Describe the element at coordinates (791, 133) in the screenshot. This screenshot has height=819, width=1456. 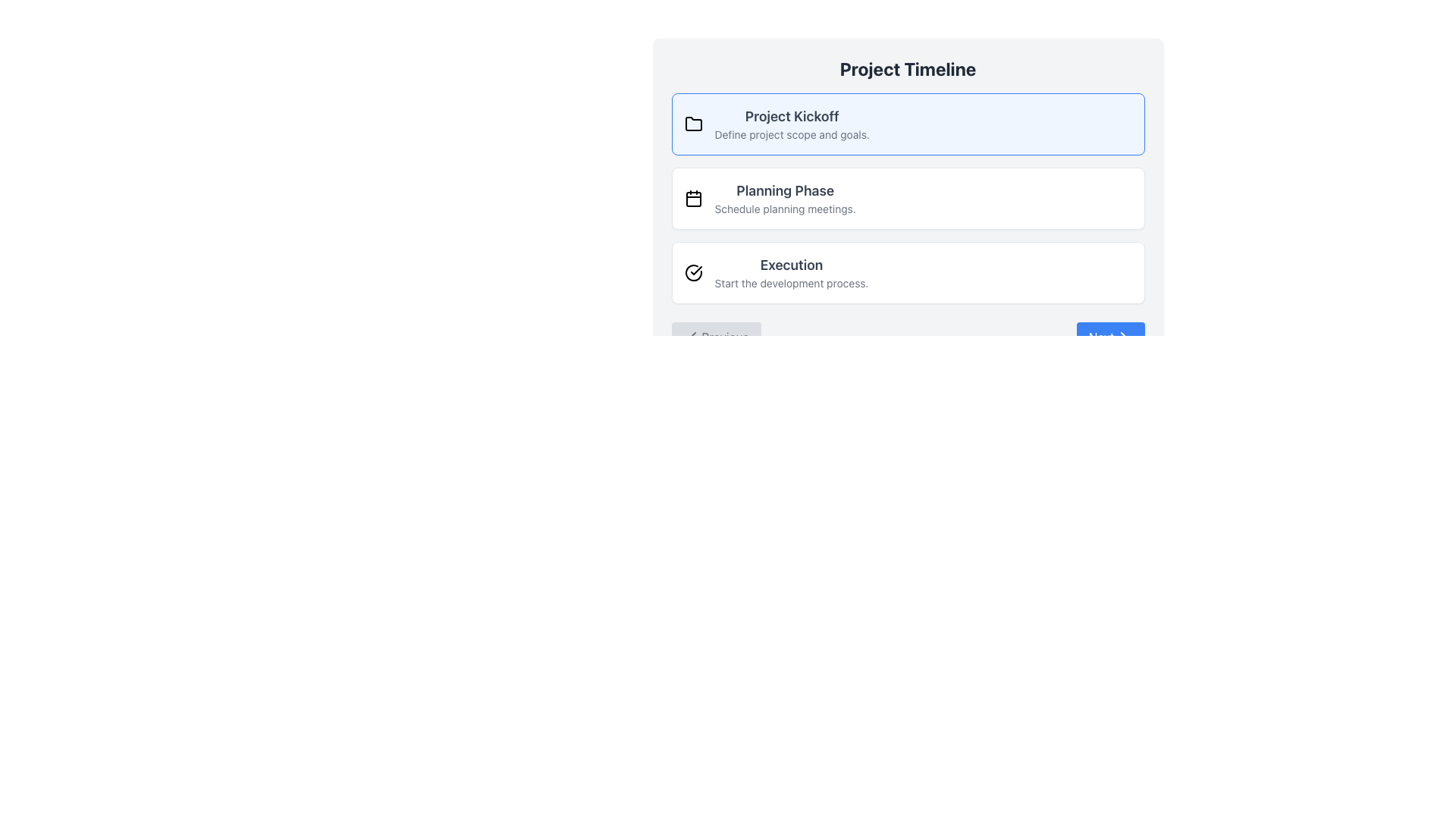
I see `the text label that reads 'Define project scope and goals.' located directly below the 'Project Kickoff' heading in the first section of the 'Project Timeline' interface` at that location.